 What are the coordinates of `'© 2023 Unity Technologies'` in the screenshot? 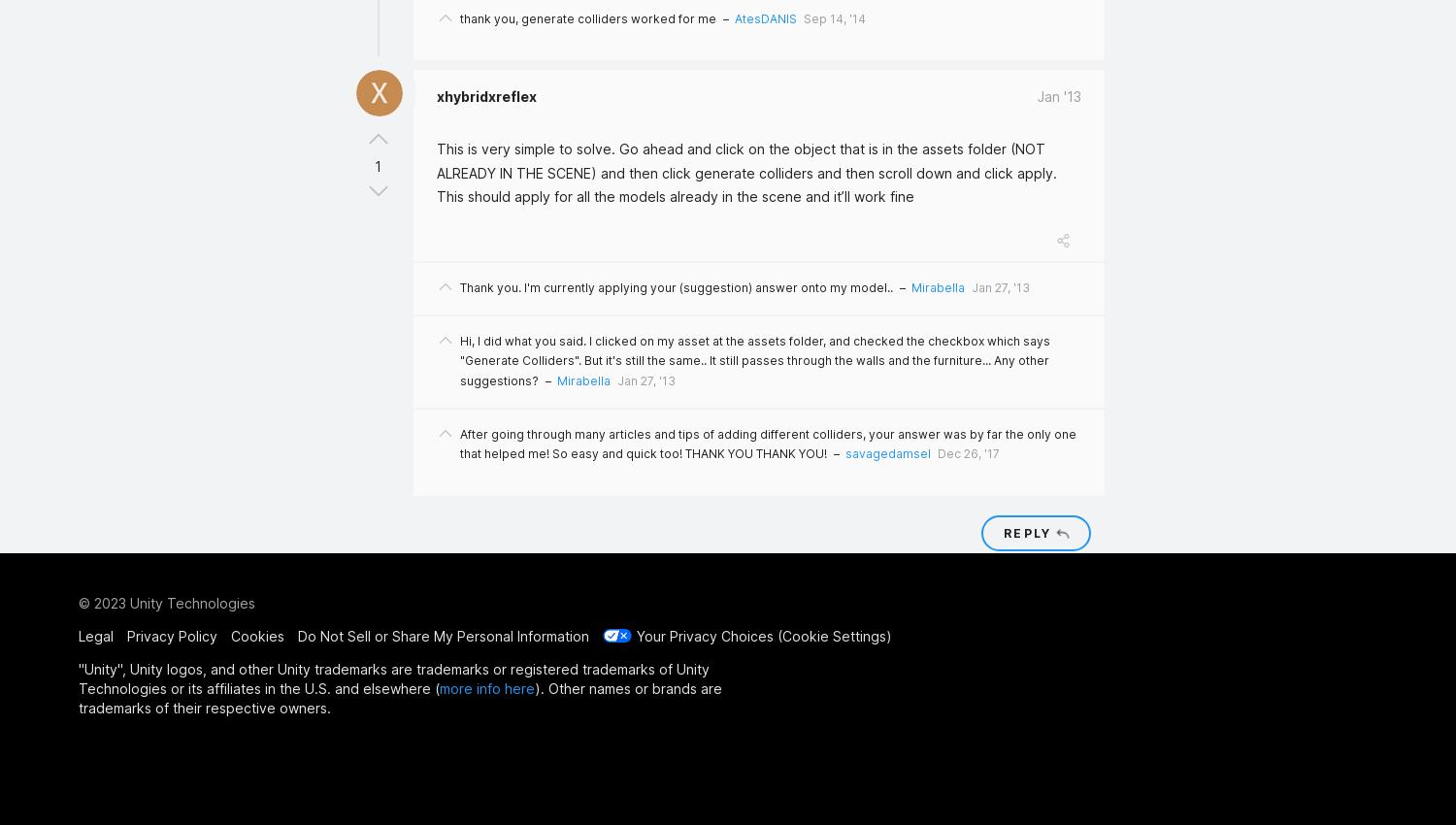 It's located at (78, 601).